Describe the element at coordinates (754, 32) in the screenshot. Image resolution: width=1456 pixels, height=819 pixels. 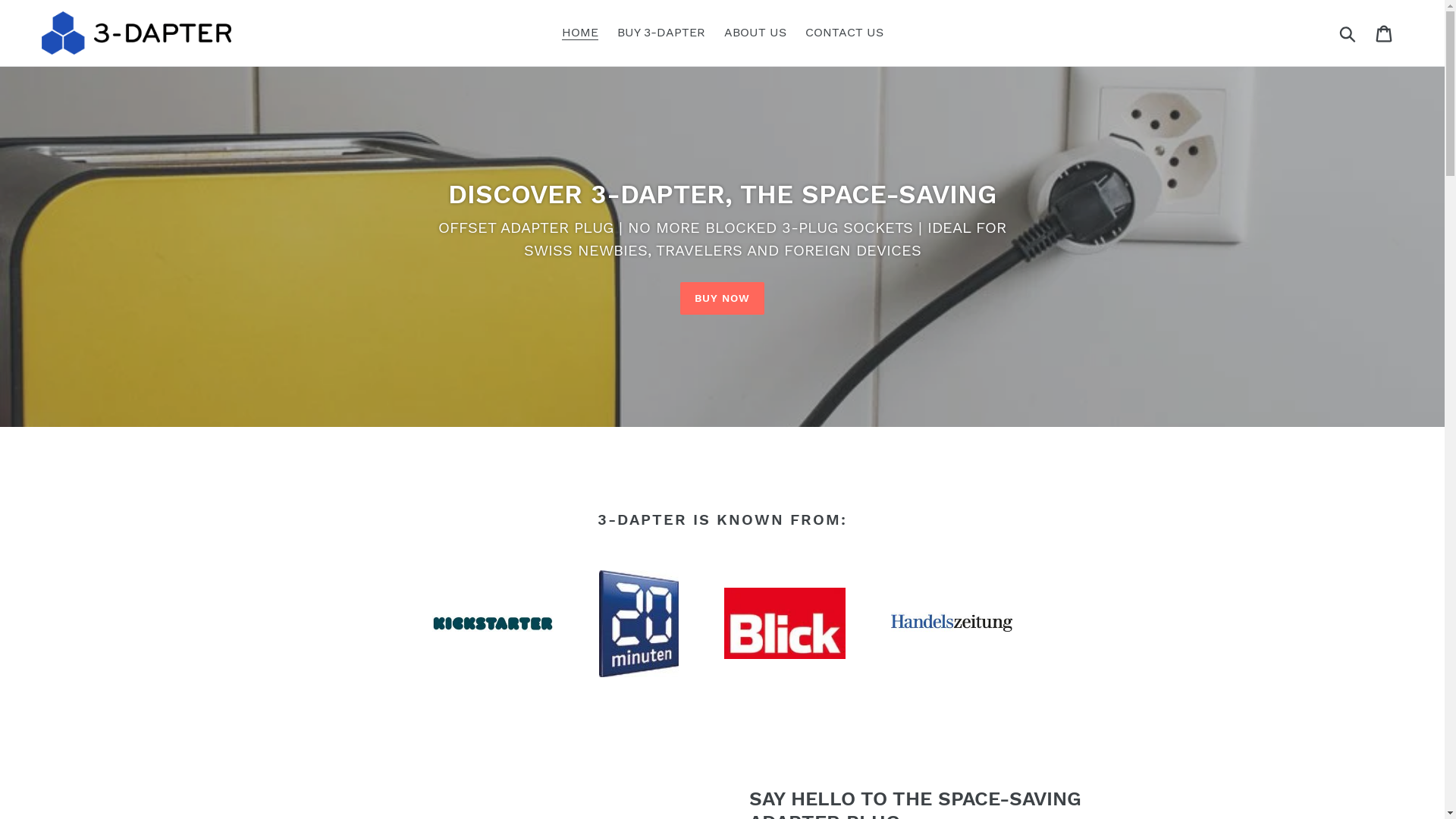
I see `'ABOUT US'` at that location.